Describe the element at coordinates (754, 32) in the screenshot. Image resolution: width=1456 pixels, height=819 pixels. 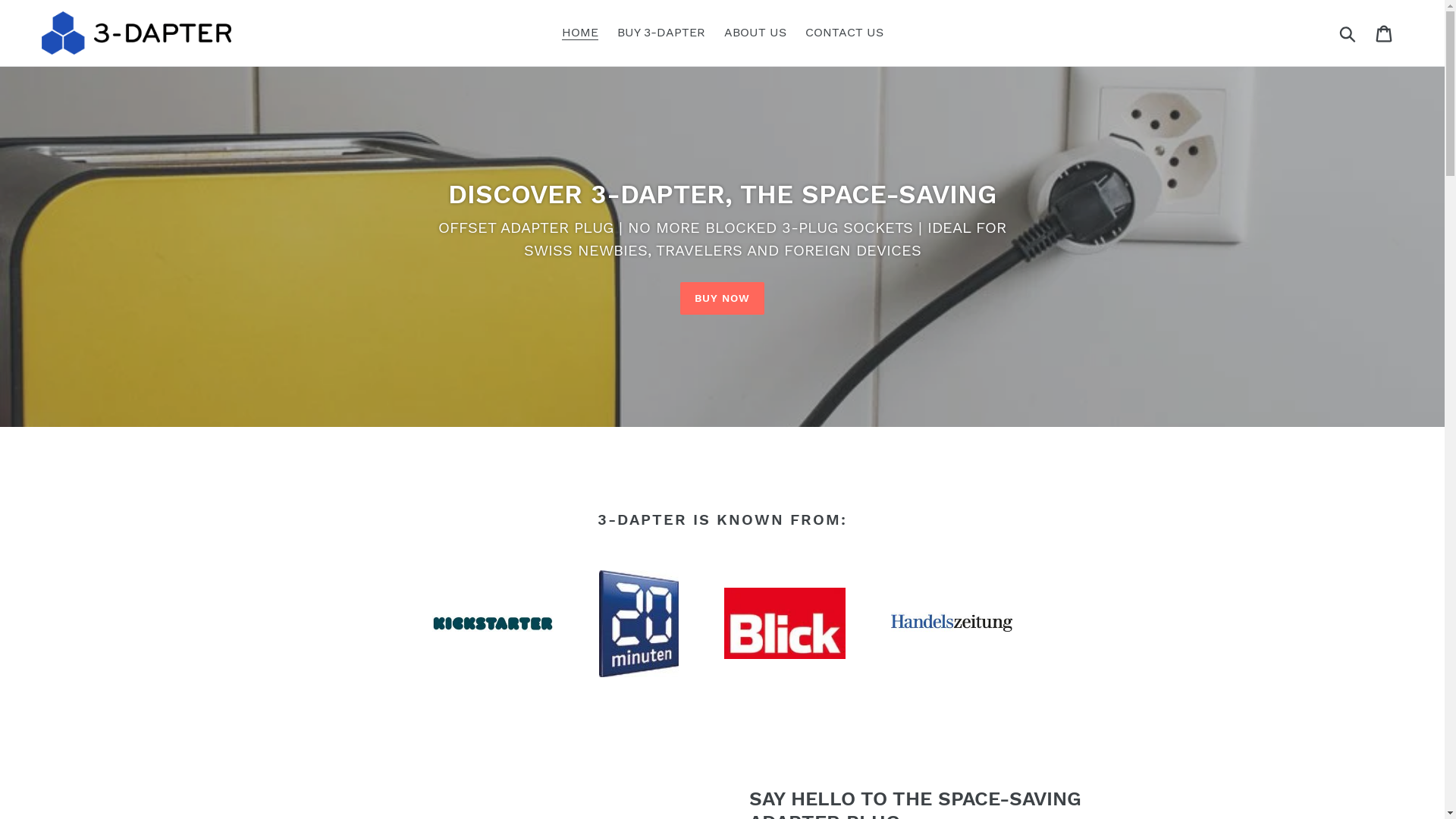
I see `'ABOUT US'` at that location.